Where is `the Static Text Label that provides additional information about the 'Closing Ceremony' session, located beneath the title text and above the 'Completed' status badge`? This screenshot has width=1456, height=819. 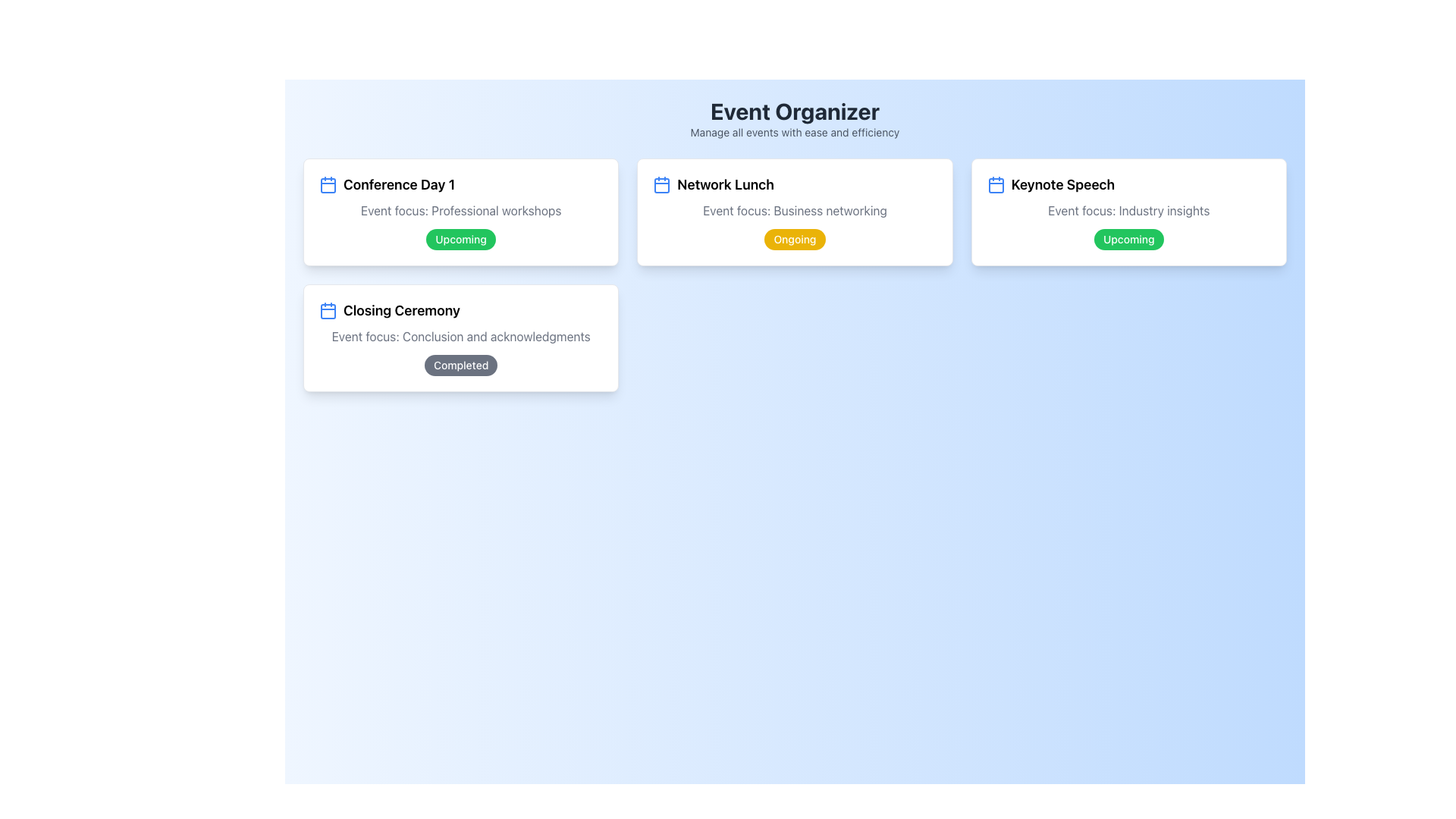
the Static Text Label that provides additional information about the 'Closing Ceremony' session, located beneath the title text and above the 'Completed' status badge is located at coordinates (460, 335).